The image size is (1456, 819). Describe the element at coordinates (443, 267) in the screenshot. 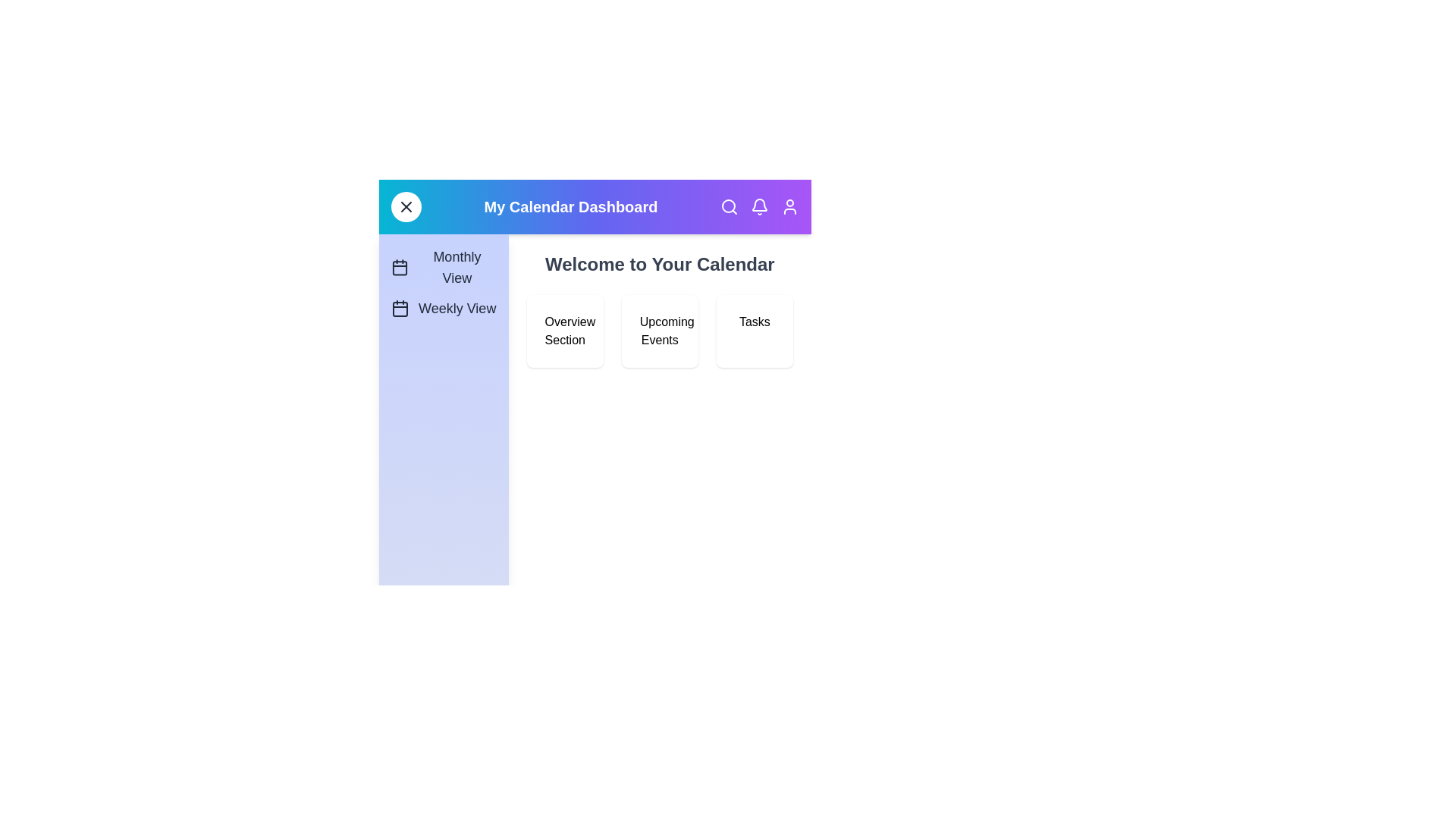

I see `the first option in the vertical navigation menu on the left side of the interface` at that location.